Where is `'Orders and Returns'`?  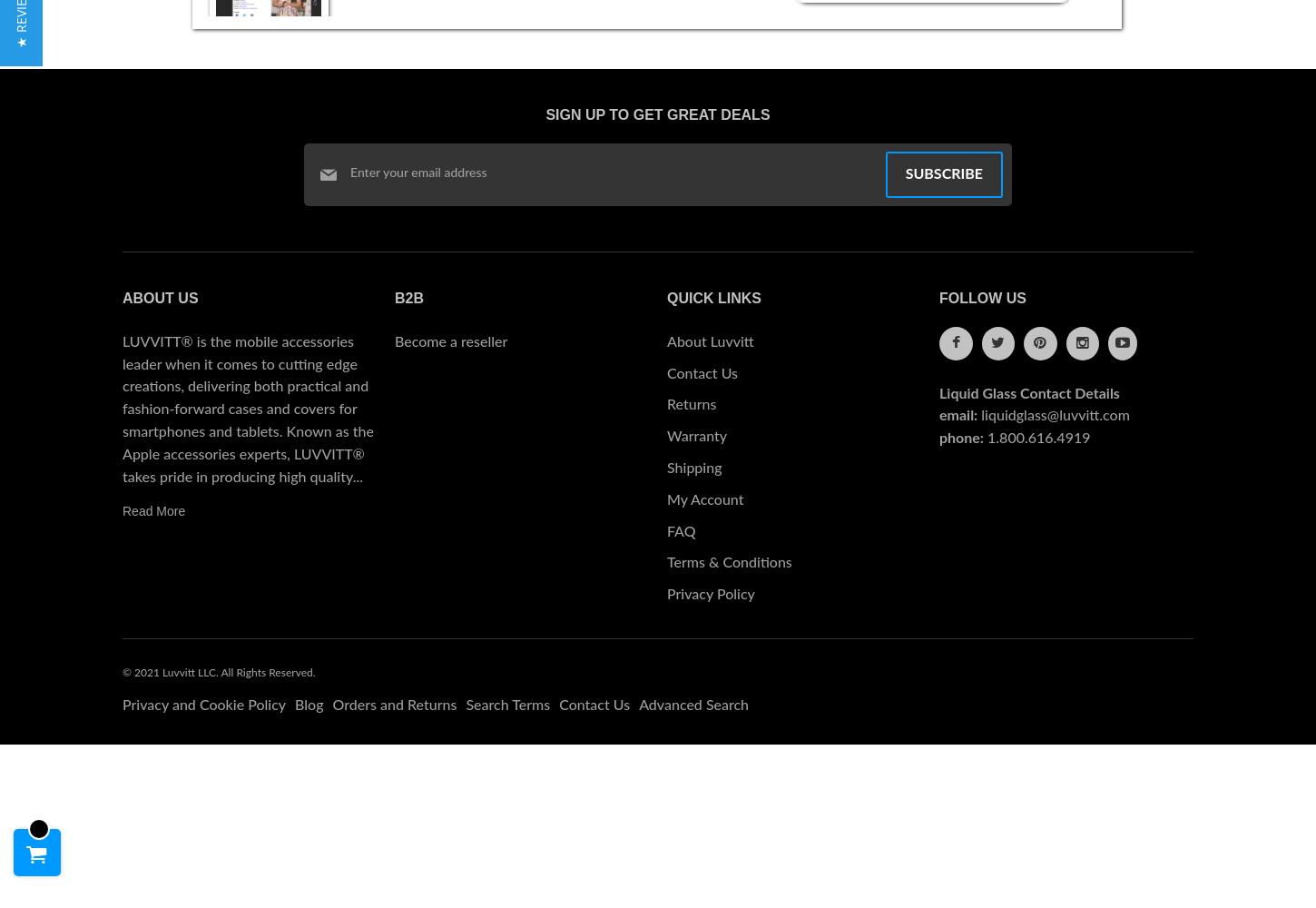 'Orders and Returns' is located at coordinates (393, 706).